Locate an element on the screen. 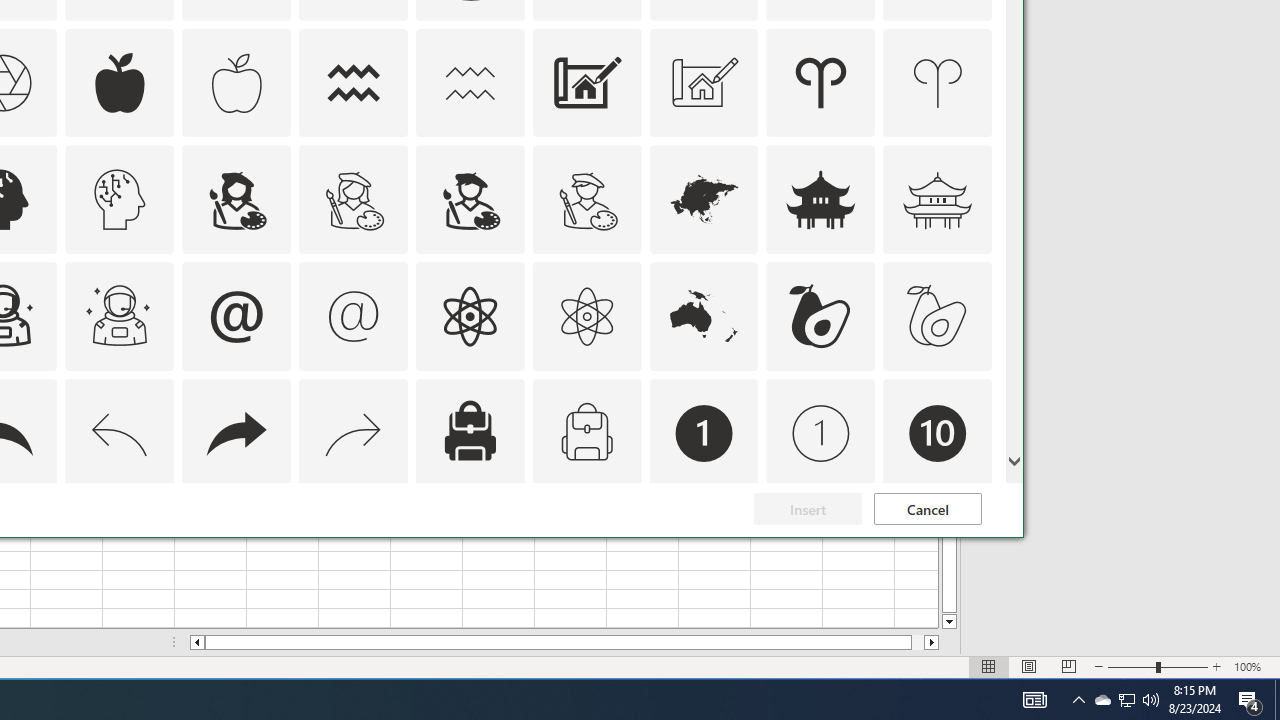 This screenshot has height=720, width=1280. 'AutomationID: Icons_Badge10' is located at coordinates (937, 433).